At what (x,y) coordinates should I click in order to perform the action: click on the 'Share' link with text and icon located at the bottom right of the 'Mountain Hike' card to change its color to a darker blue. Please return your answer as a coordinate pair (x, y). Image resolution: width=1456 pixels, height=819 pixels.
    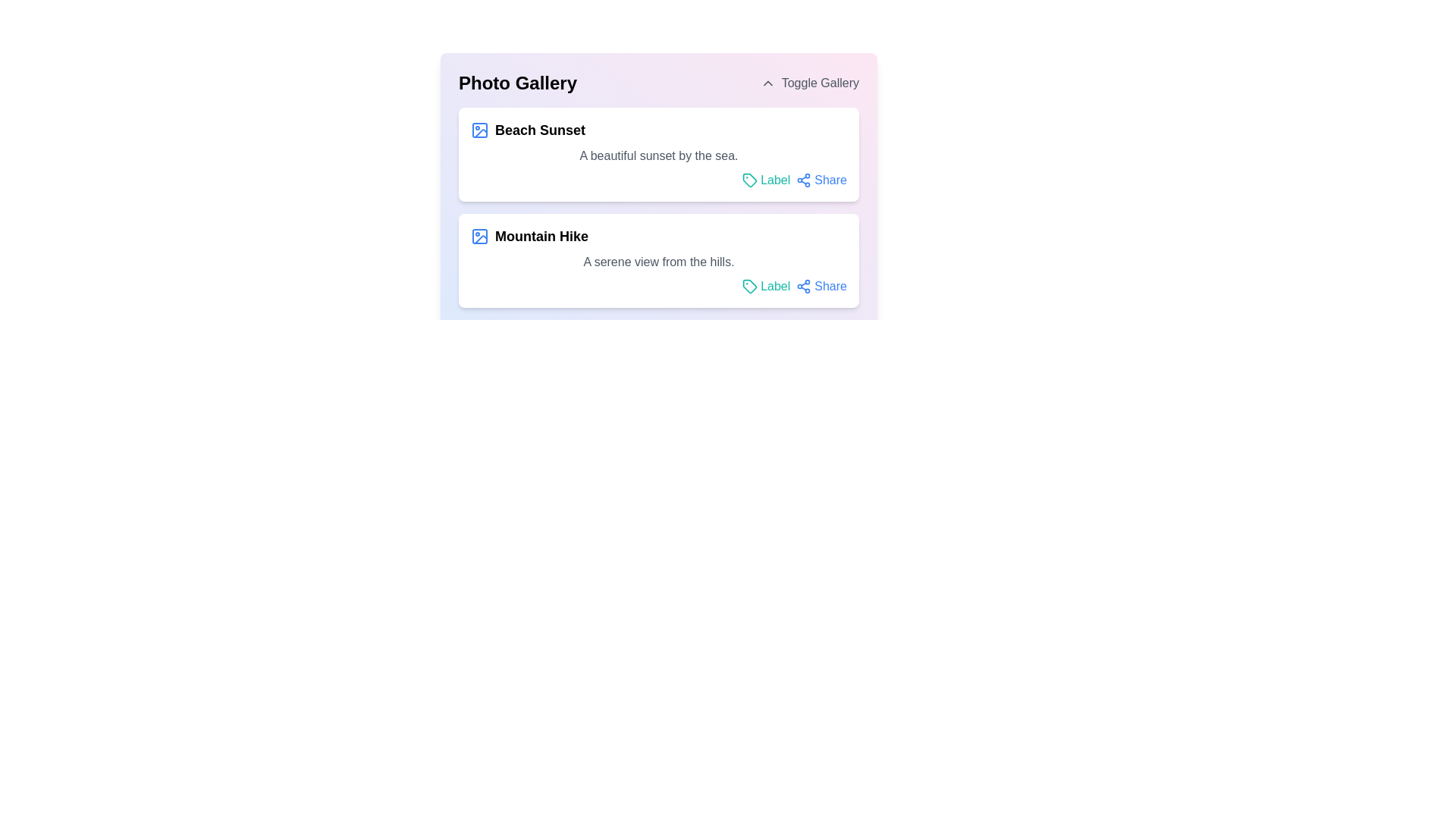
    Looking at the image, I should click on (821, 287).